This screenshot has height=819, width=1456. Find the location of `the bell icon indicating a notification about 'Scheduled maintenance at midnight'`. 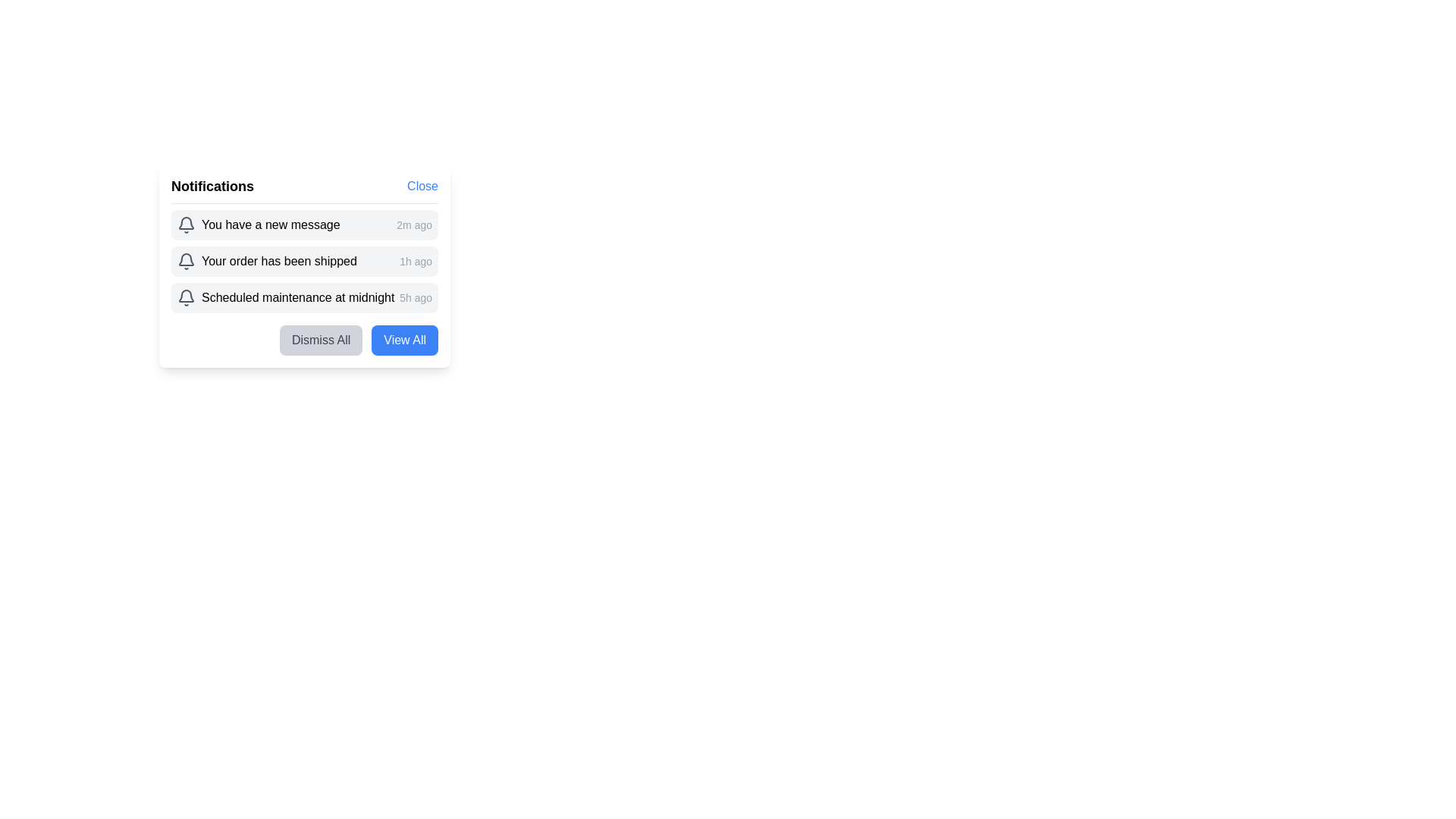

the bell icon indicating a notification about 'Scheduled maintenance at midnight' is located at coordinates (185, 298).